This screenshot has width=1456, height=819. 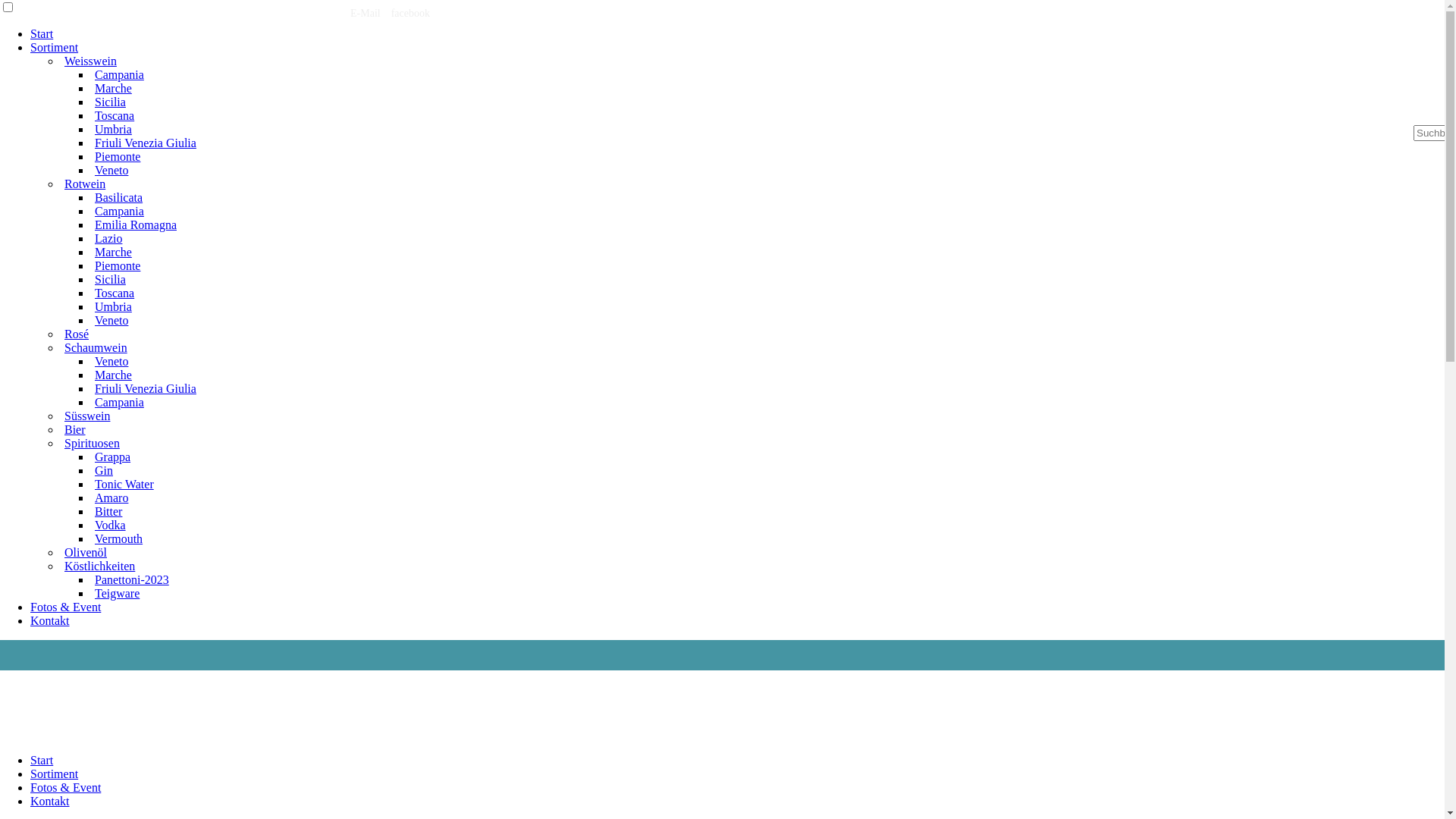 I want to click on 'Campania', so click(x=118, y=211).